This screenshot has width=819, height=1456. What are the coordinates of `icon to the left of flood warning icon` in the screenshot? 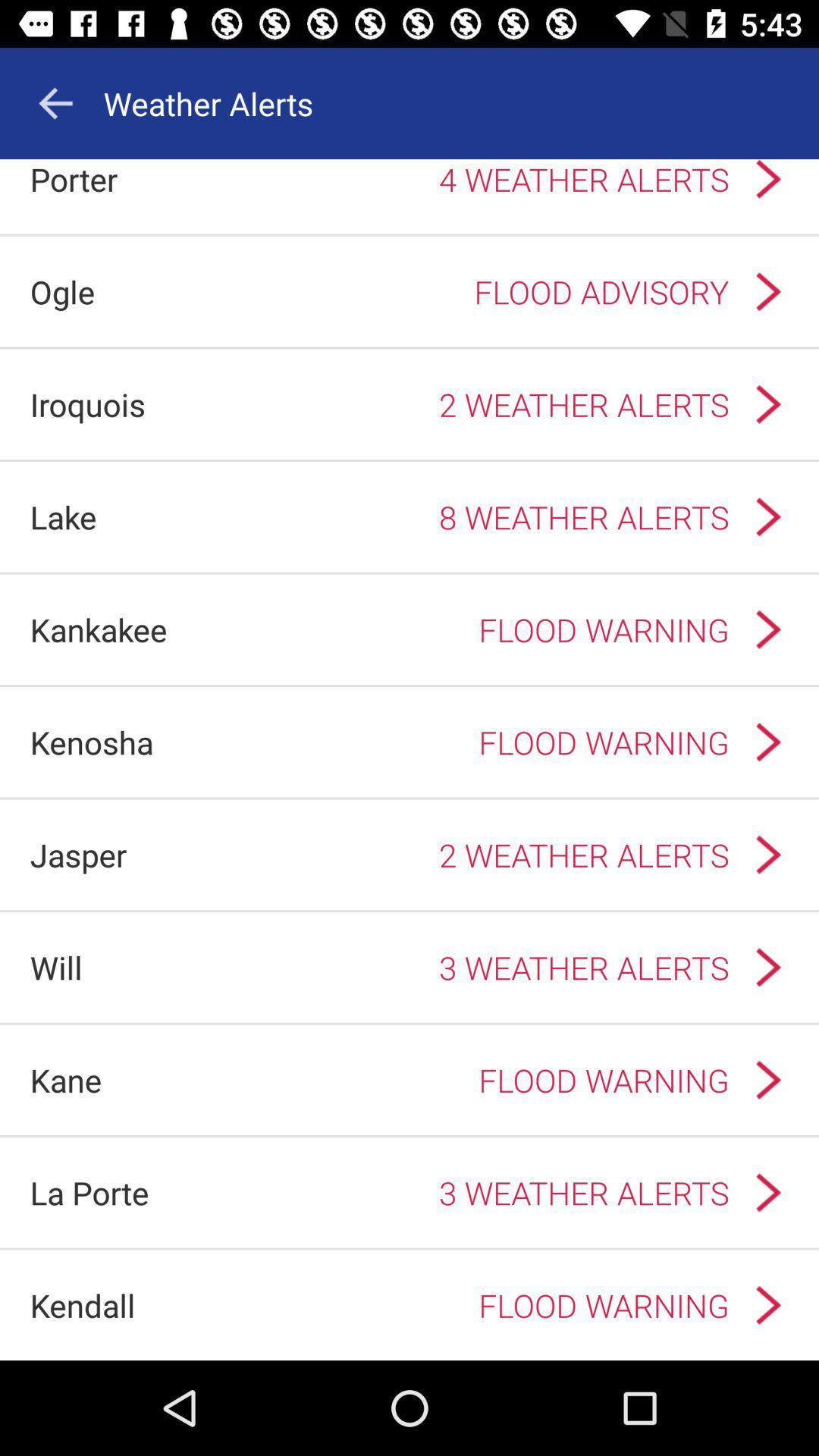 It's located at (99, 629).